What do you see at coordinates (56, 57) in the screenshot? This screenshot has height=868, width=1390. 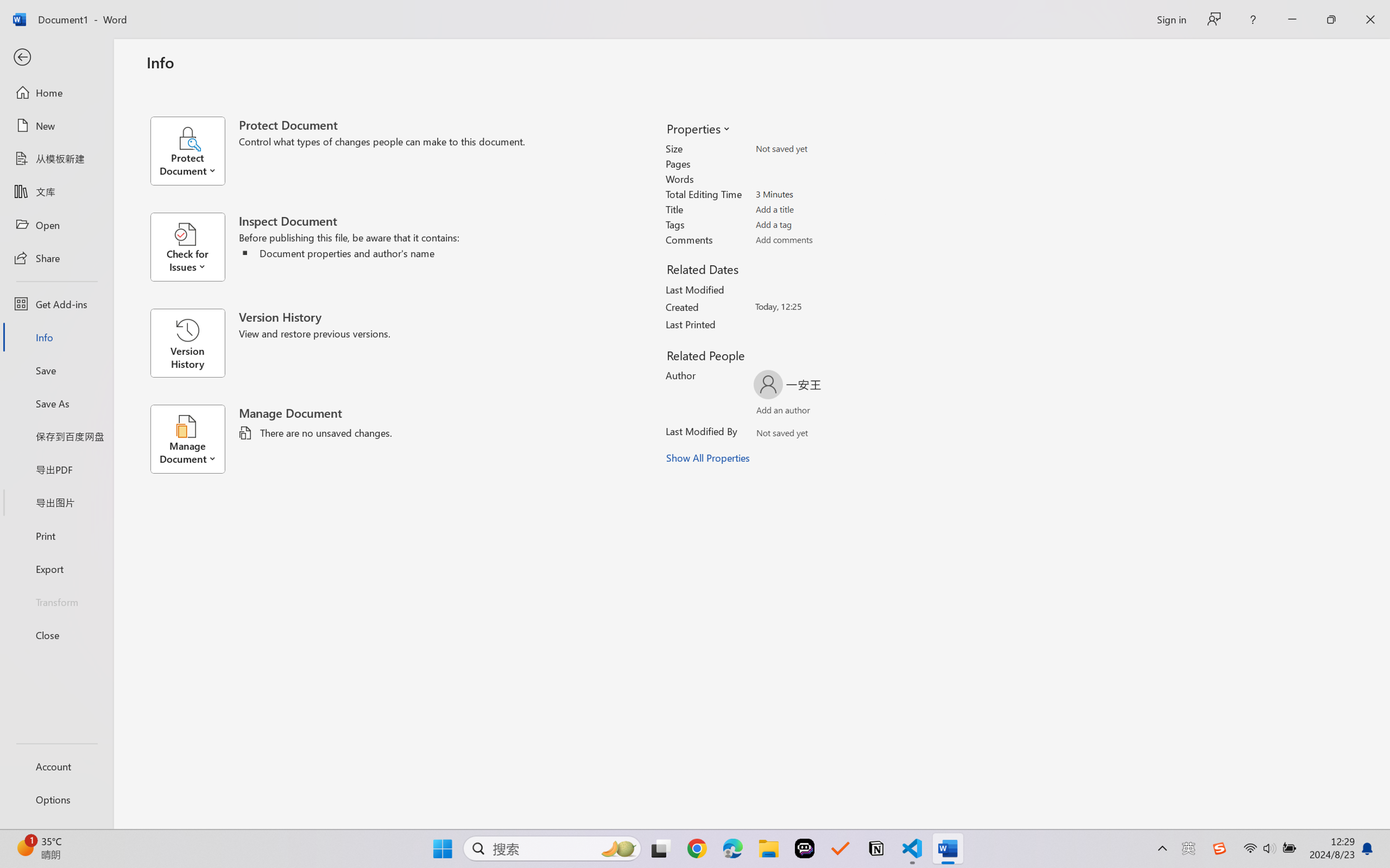 I see `'Back'` at bounding box center [56, 57].